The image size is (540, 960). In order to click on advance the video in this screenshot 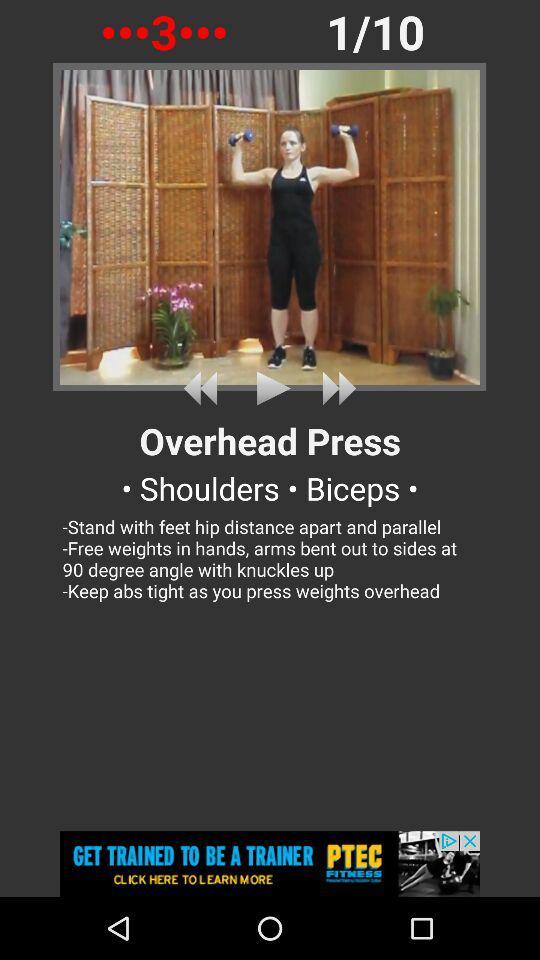, I will do `click(335, 387)`.